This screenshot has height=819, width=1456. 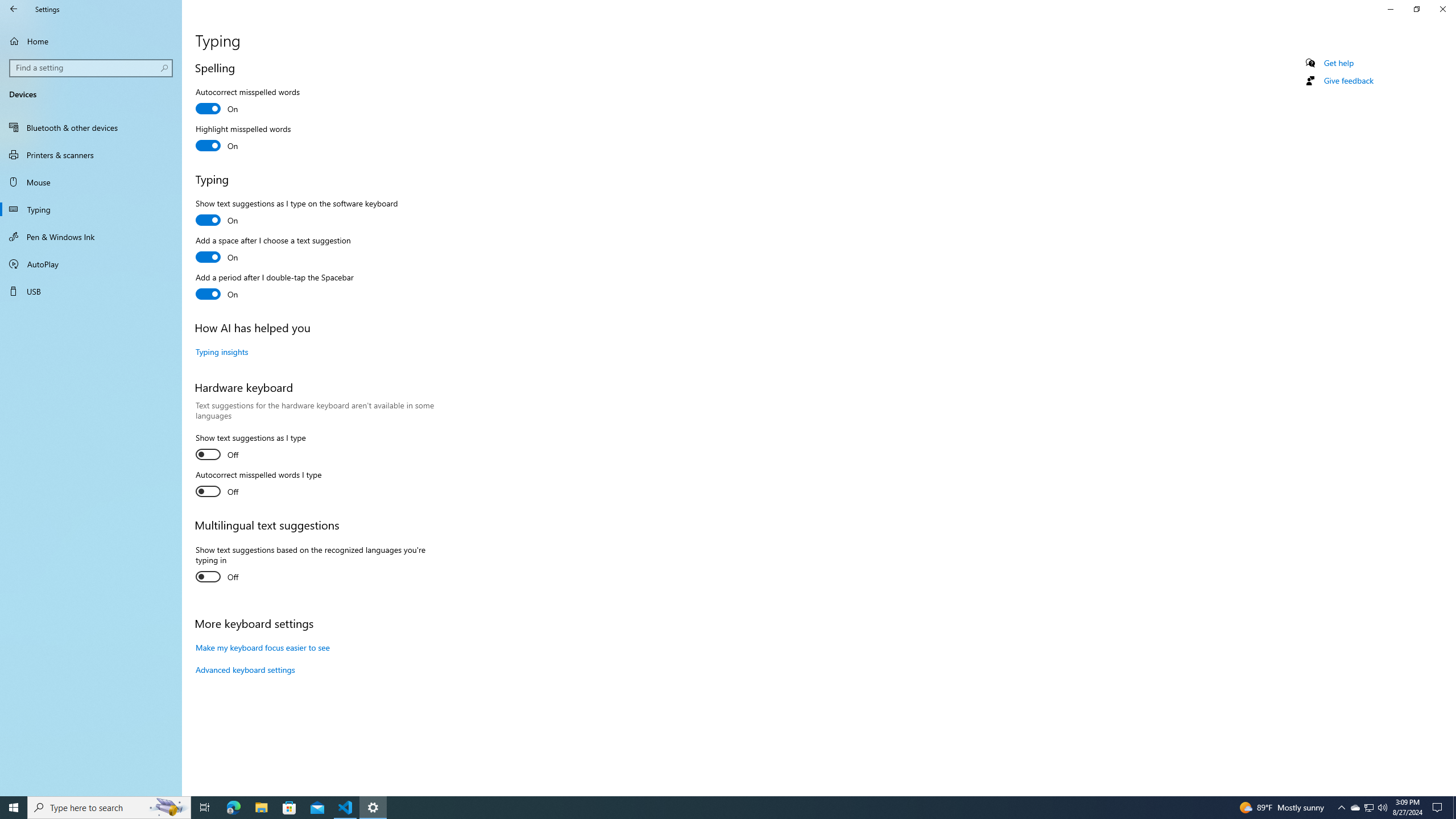 I want to click on 'AutoPlay', so click(x=90, y=263).